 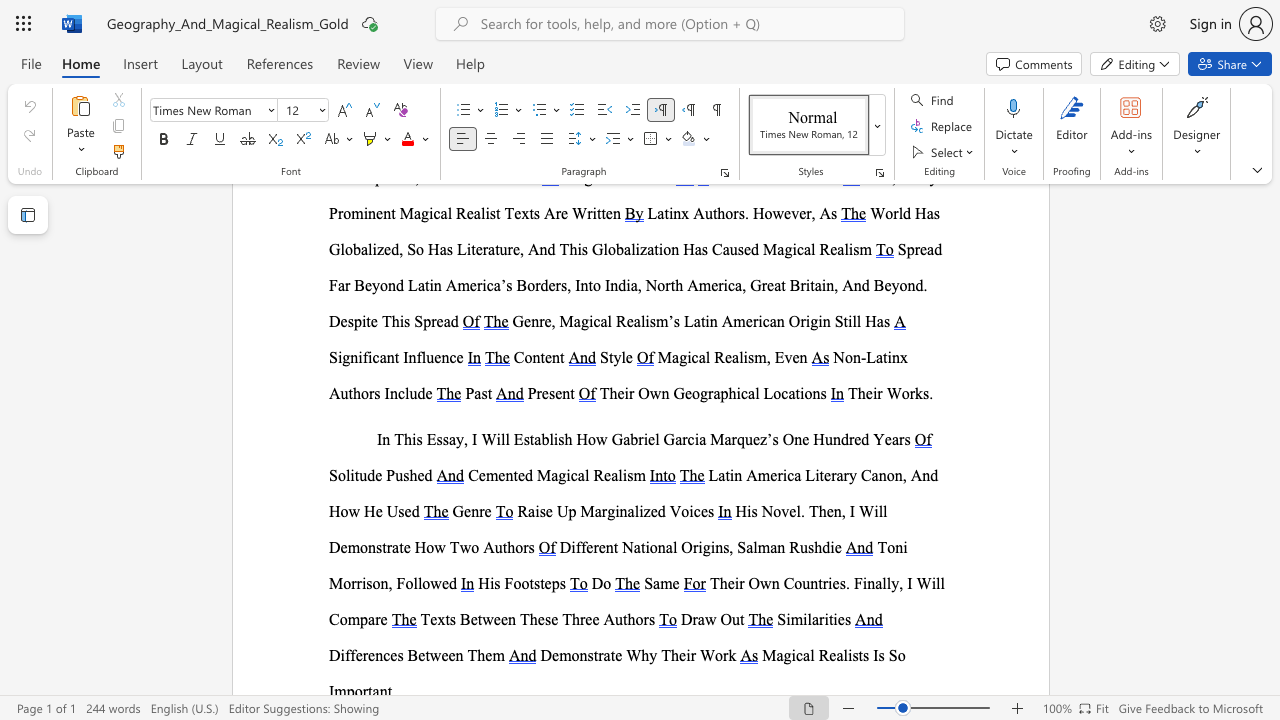 I want to click on the subset text "lar" within the text "Similarities", so click(x=807, y=618).